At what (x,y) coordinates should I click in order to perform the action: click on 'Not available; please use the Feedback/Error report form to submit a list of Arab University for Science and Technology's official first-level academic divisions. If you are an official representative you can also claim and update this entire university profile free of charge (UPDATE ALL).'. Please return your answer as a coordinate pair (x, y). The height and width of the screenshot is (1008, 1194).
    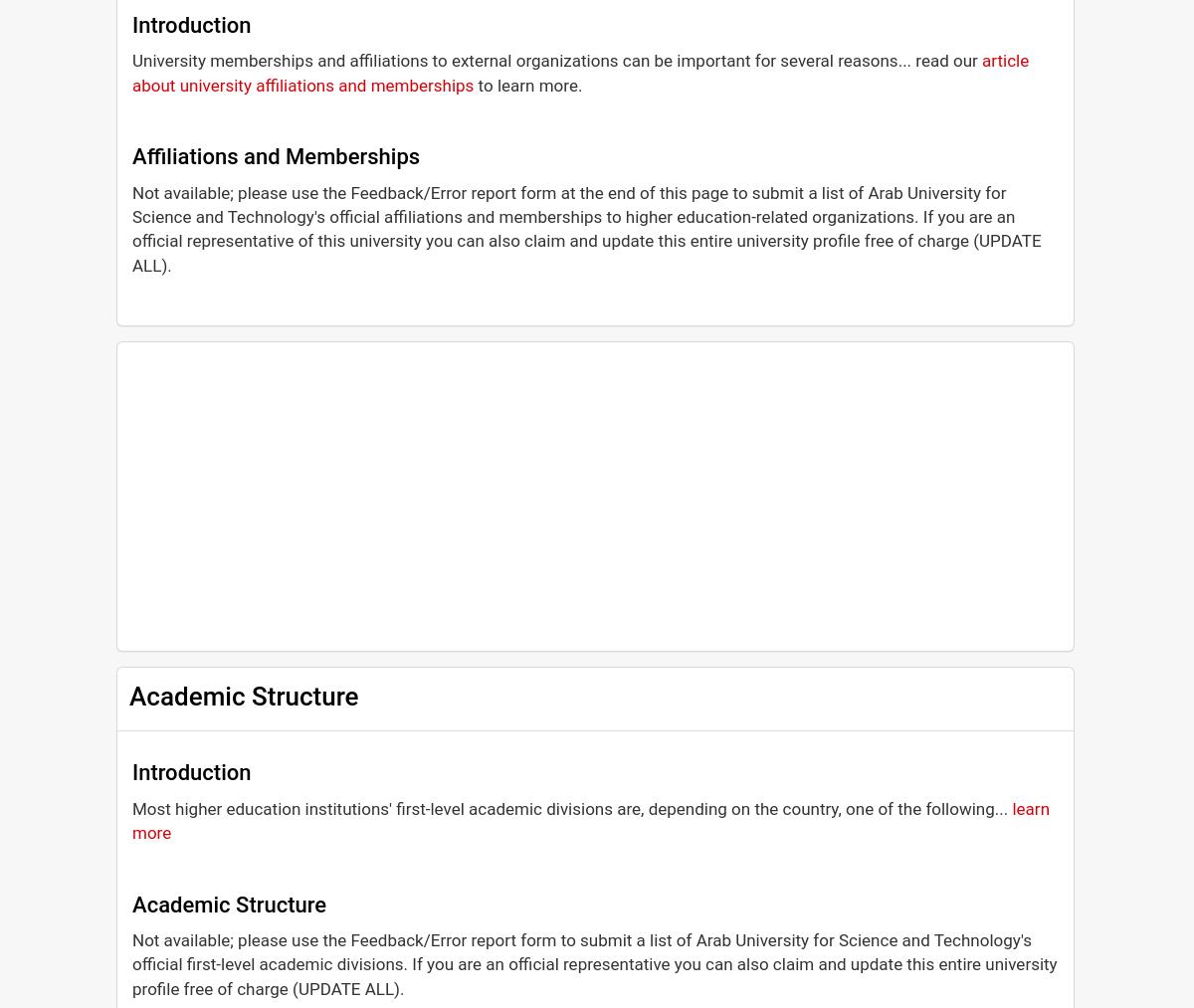
    Looking at the image, I should click on (593, 964).